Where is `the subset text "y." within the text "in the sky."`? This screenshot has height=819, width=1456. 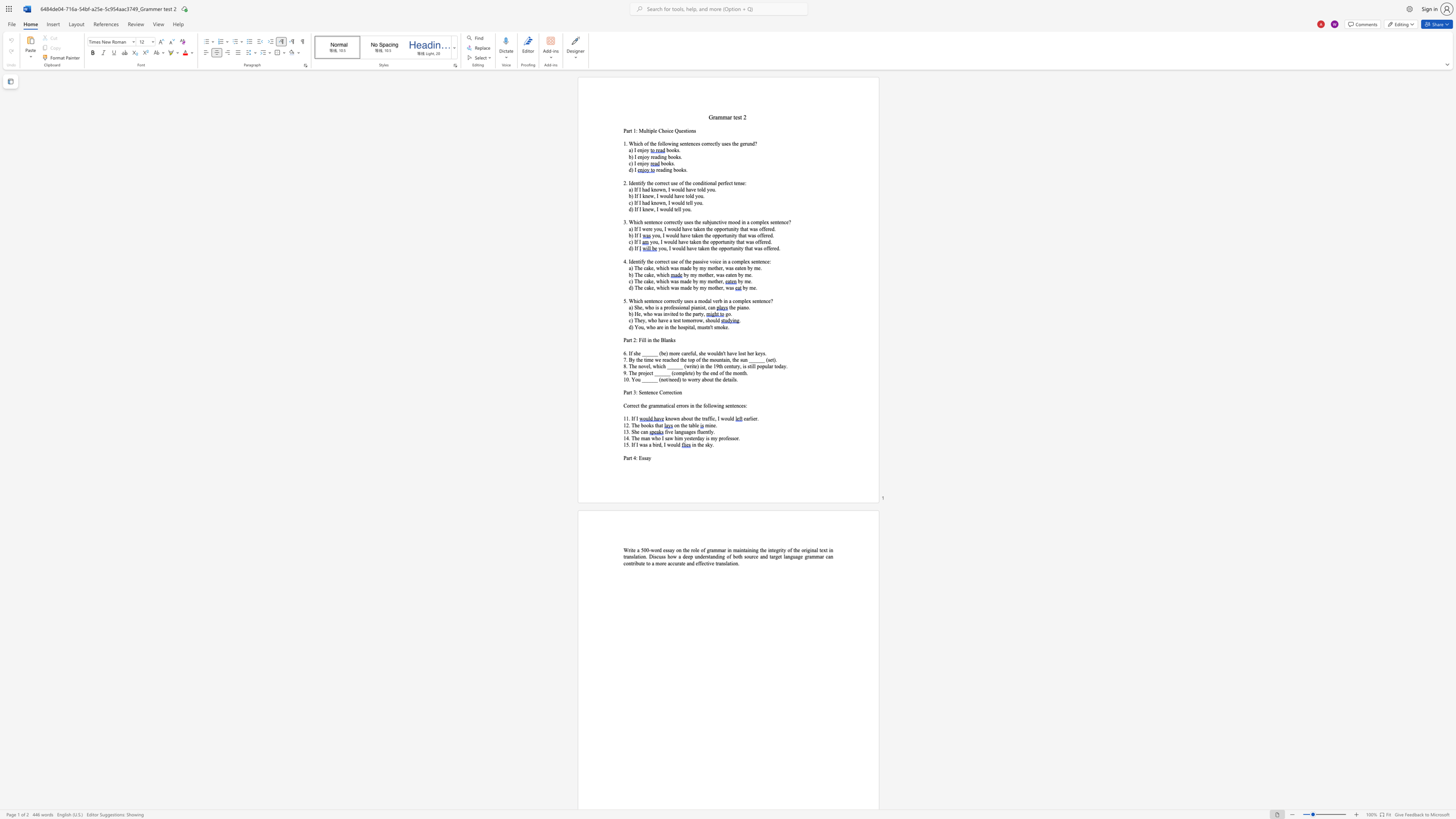 the subset text "y." within the text "in the sky." is located at coordinates (709, 444).